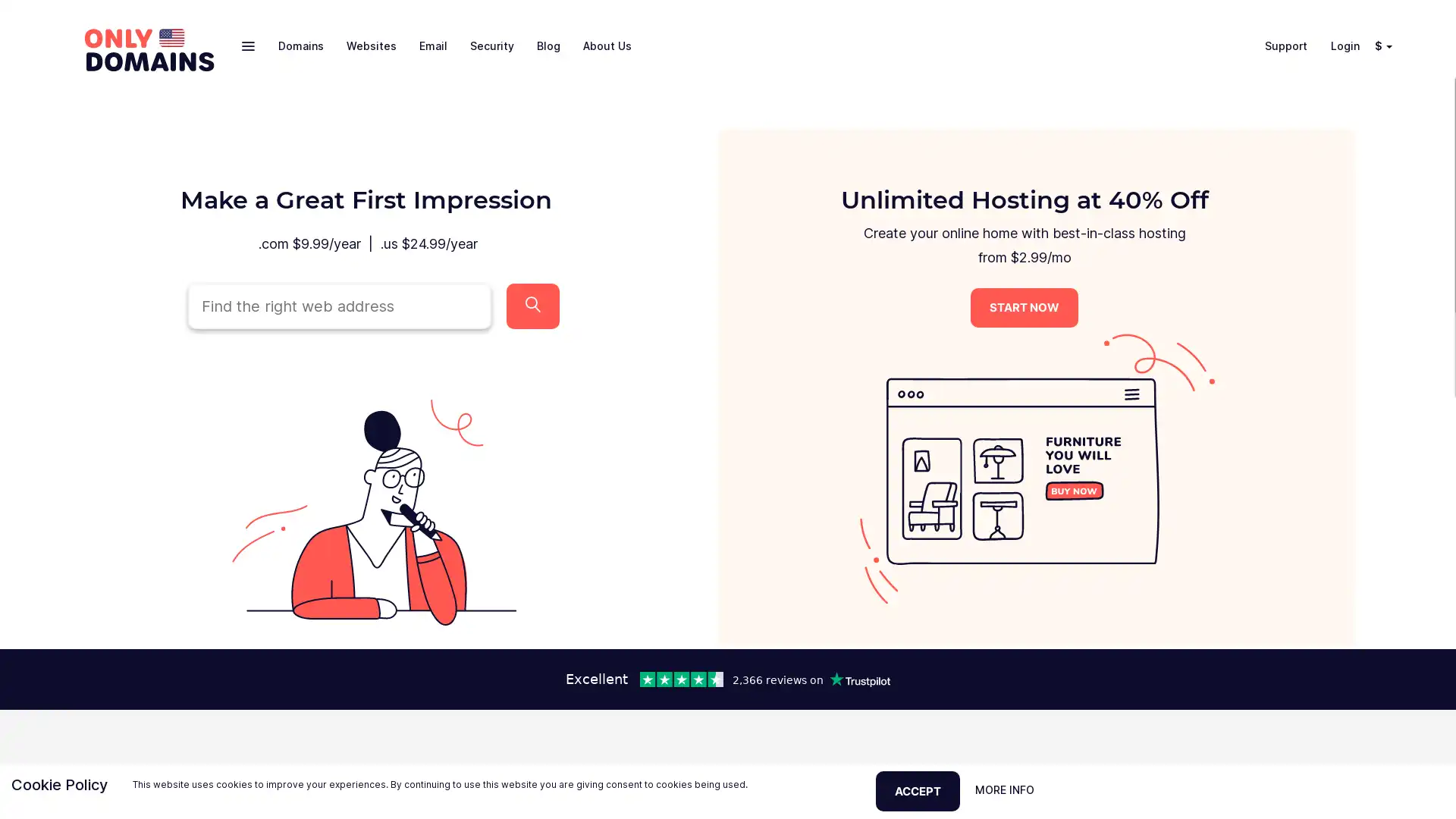 The height and width of the screenshot is (819, 1456). Describe the element at coordinates (1024, 307) in the screenshot. I see `START NOW` at that location.